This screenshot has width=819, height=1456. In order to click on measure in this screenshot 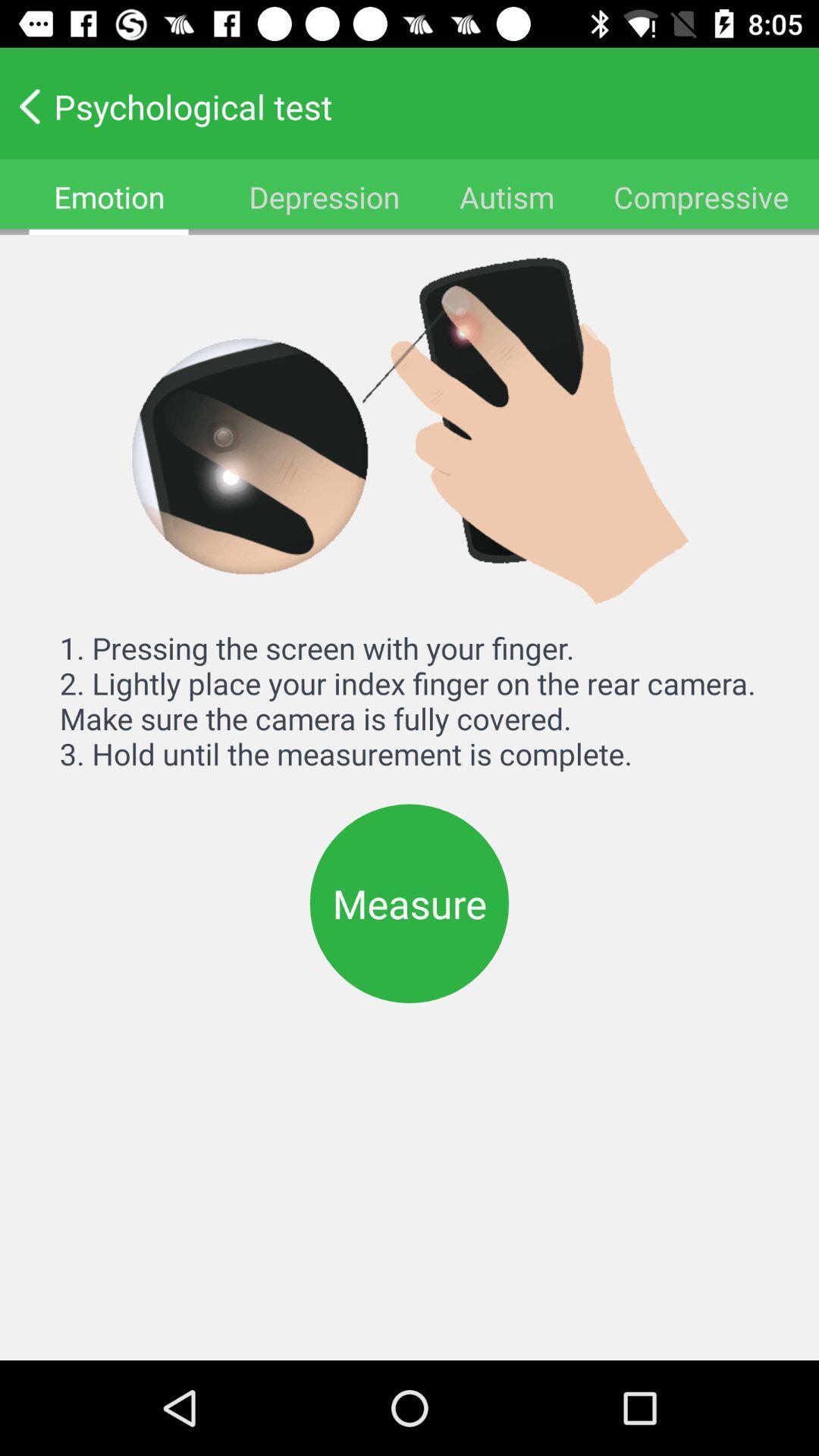, I will do `click(409, 903)`.